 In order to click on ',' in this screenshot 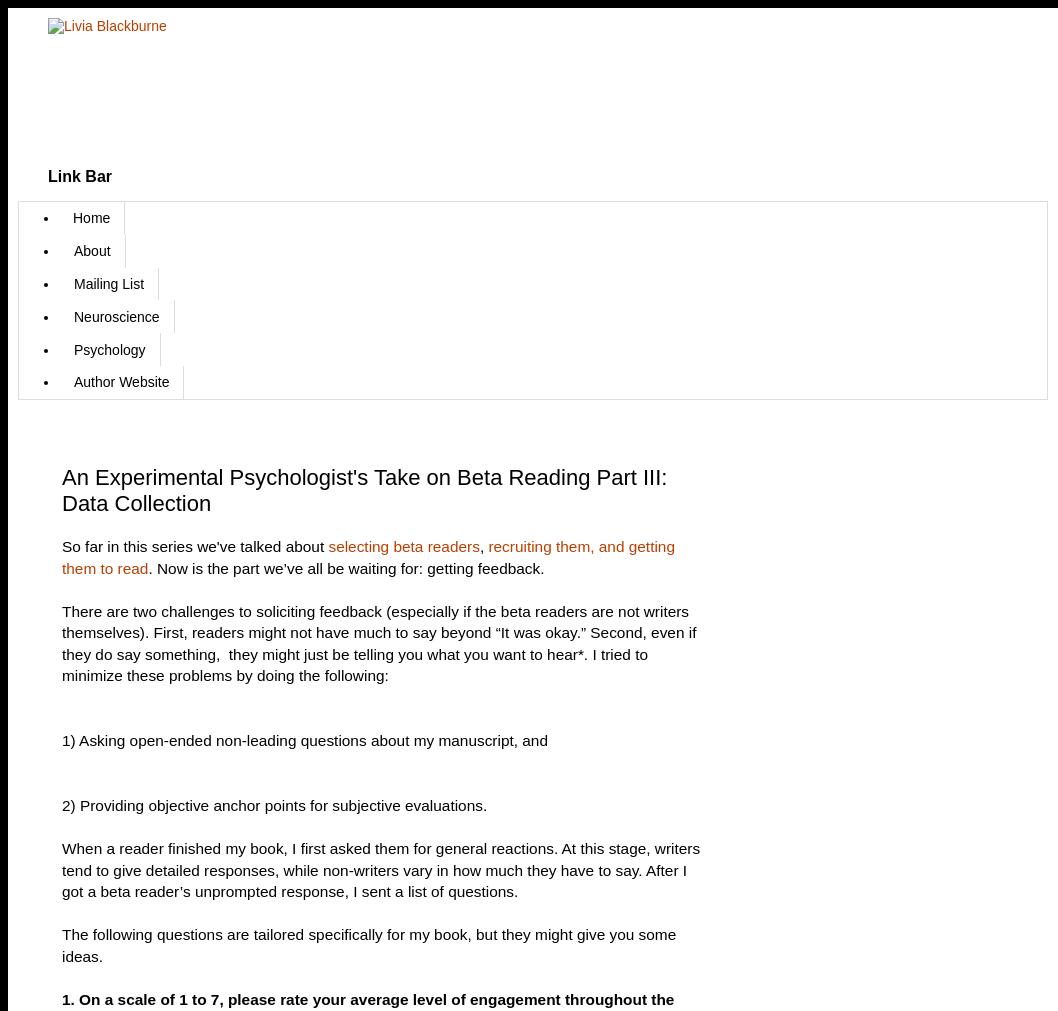, I will do `click(482, 546)`.